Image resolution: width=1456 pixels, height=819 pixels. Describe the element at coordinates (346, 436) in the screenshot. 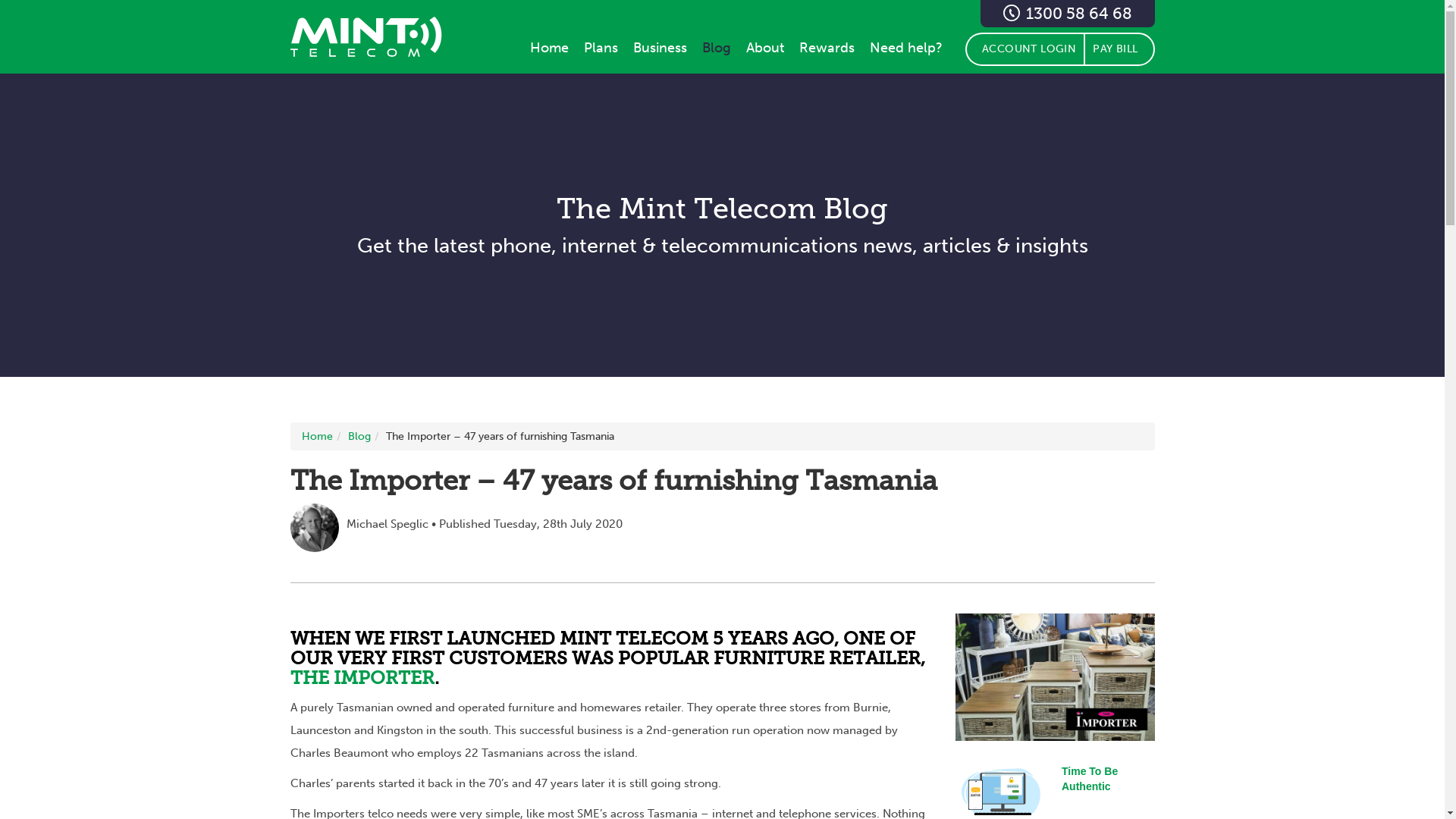

I see `'Blog'` at that location.